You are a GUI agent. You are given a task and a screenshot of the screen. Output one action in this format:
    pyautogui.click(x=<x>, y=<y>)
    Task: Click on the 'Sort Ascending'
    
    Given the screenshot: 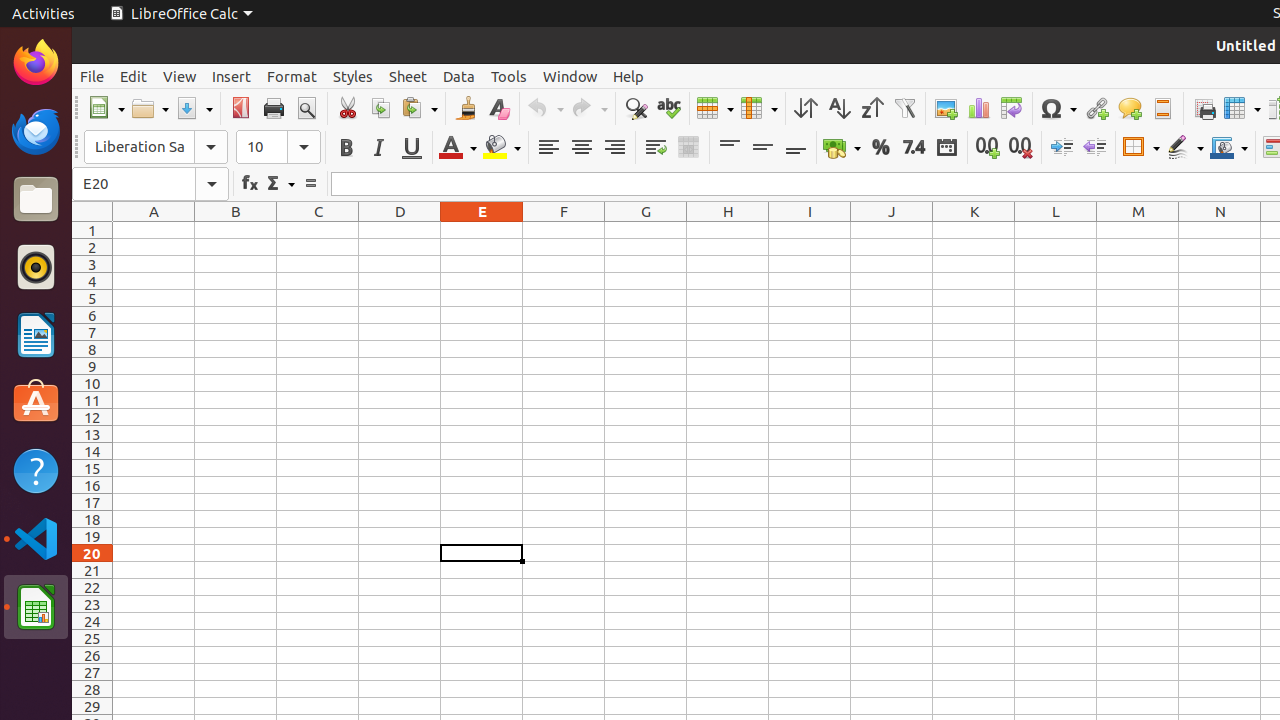 What is the action you would take?
    pyautogui.click(x=838, y=108)
    